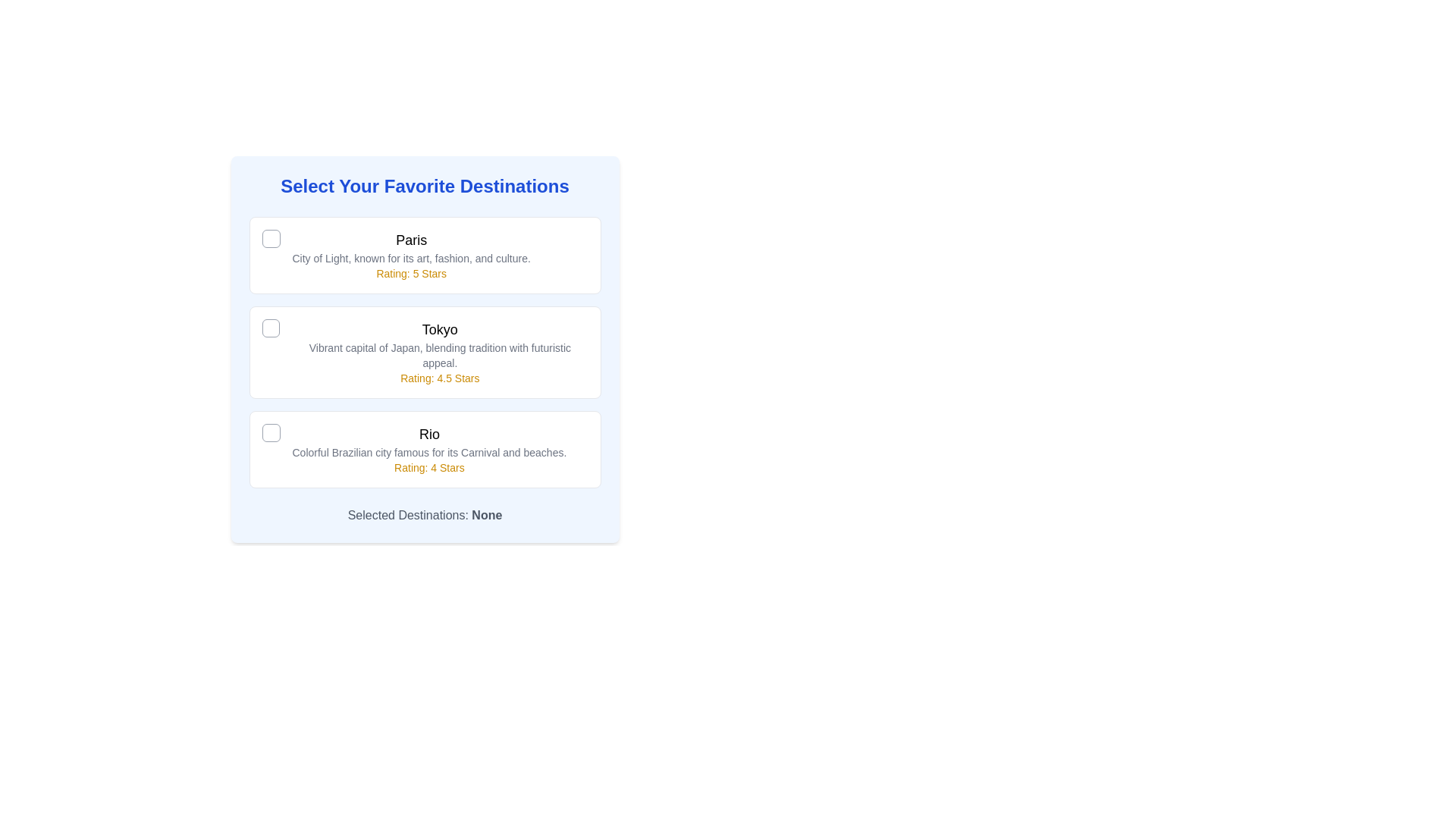  Describe the element at coordinates (439, 356) in the screenshot. I see `descriptive text component about Tokyo, which states 'Vibrant capital of Japan, blending tradition with futuristic appeal.' This text is styled in a smaller gray font and is located centrally beneath the title 'Tokyo.'` at that location.